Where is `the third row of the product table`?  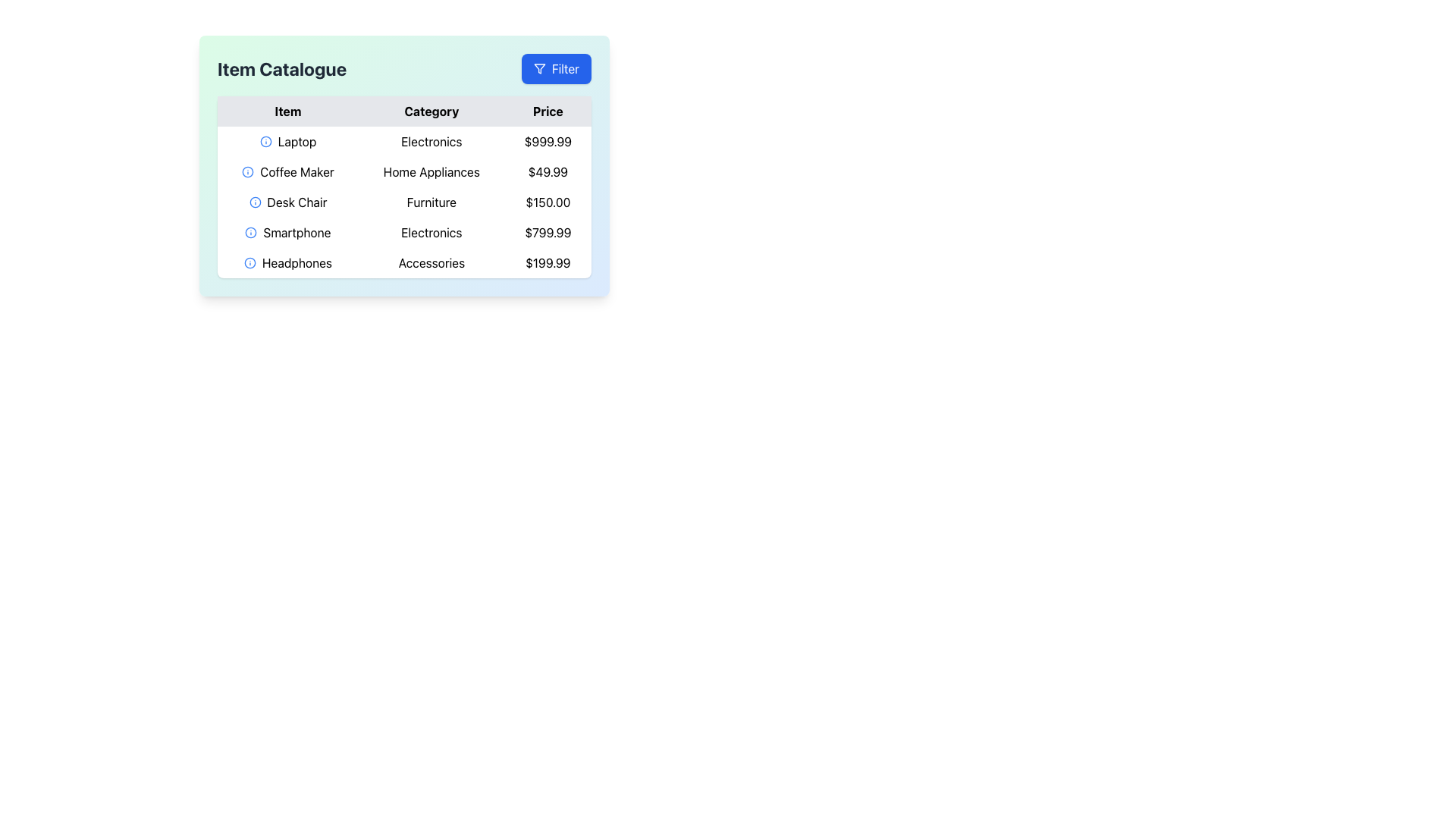
the third row of the product table is located at coordinates (404, 201).